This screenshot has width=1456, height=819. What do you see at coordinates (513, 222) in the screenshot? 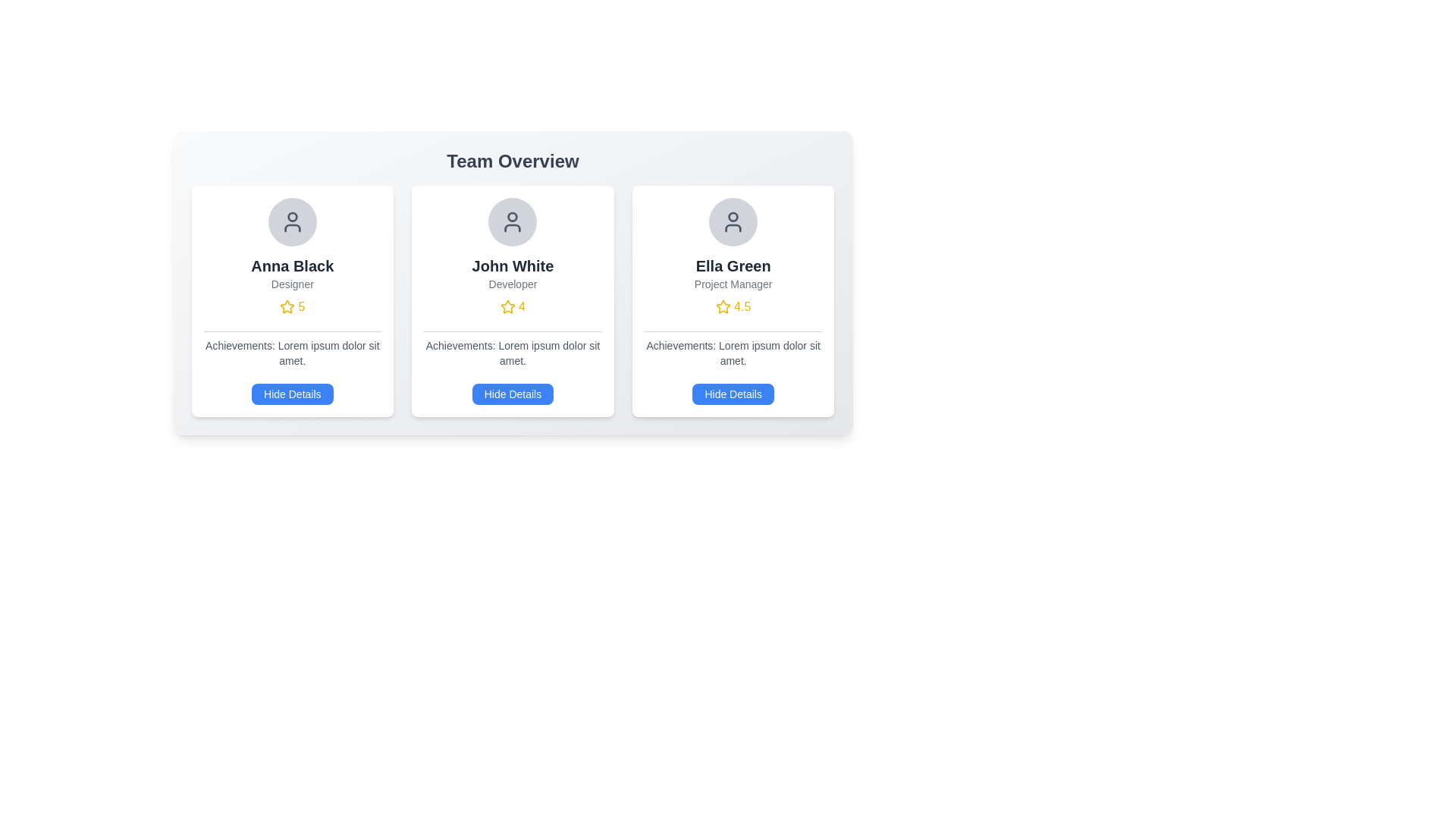
I see `the User Avatar representing 'John White'` at bounding box center [513, 222].